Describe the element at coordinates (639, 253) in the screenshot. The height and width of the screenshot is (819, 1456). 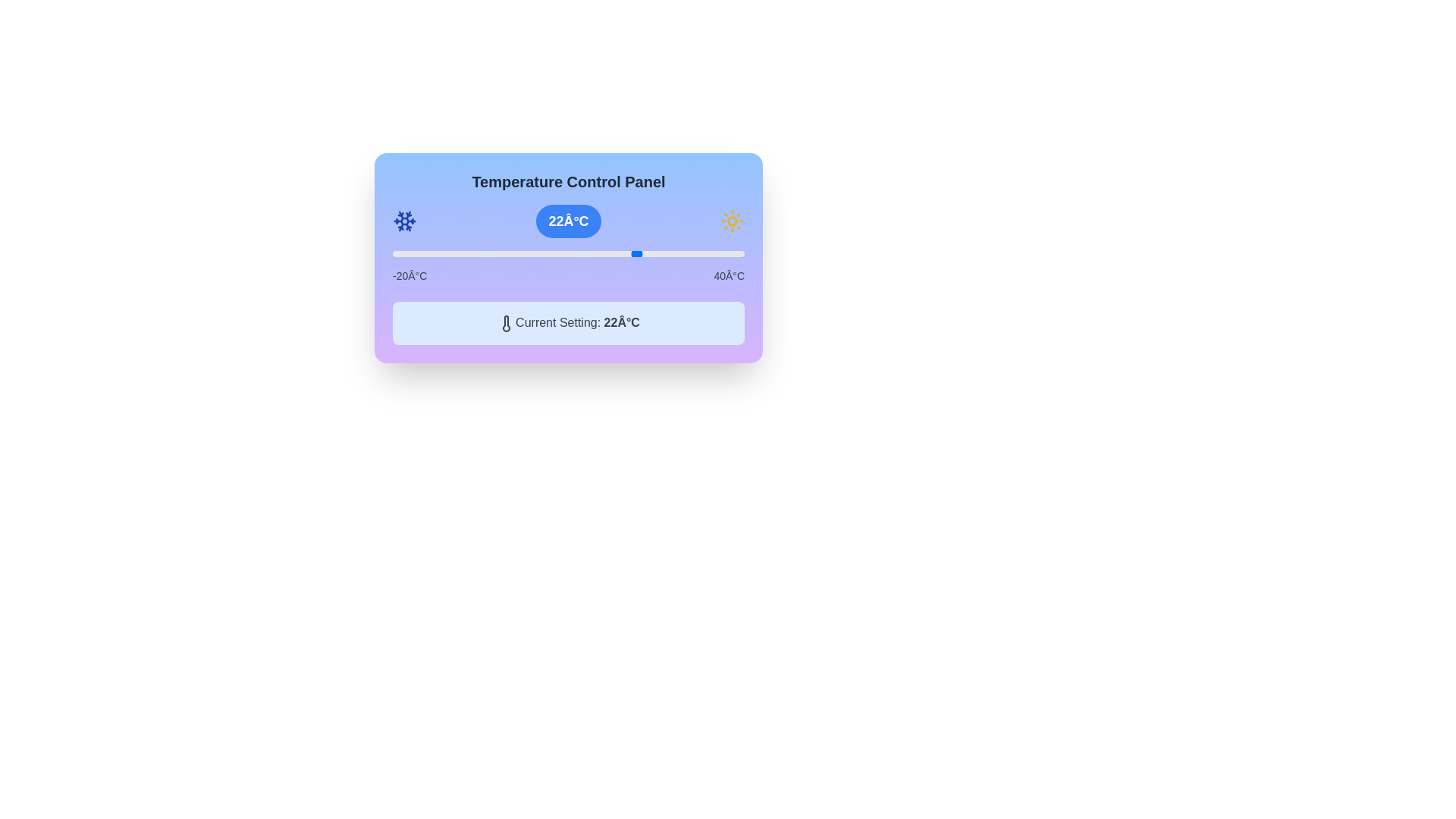
I see `the slider to set the temperature to 22°C` at that location.